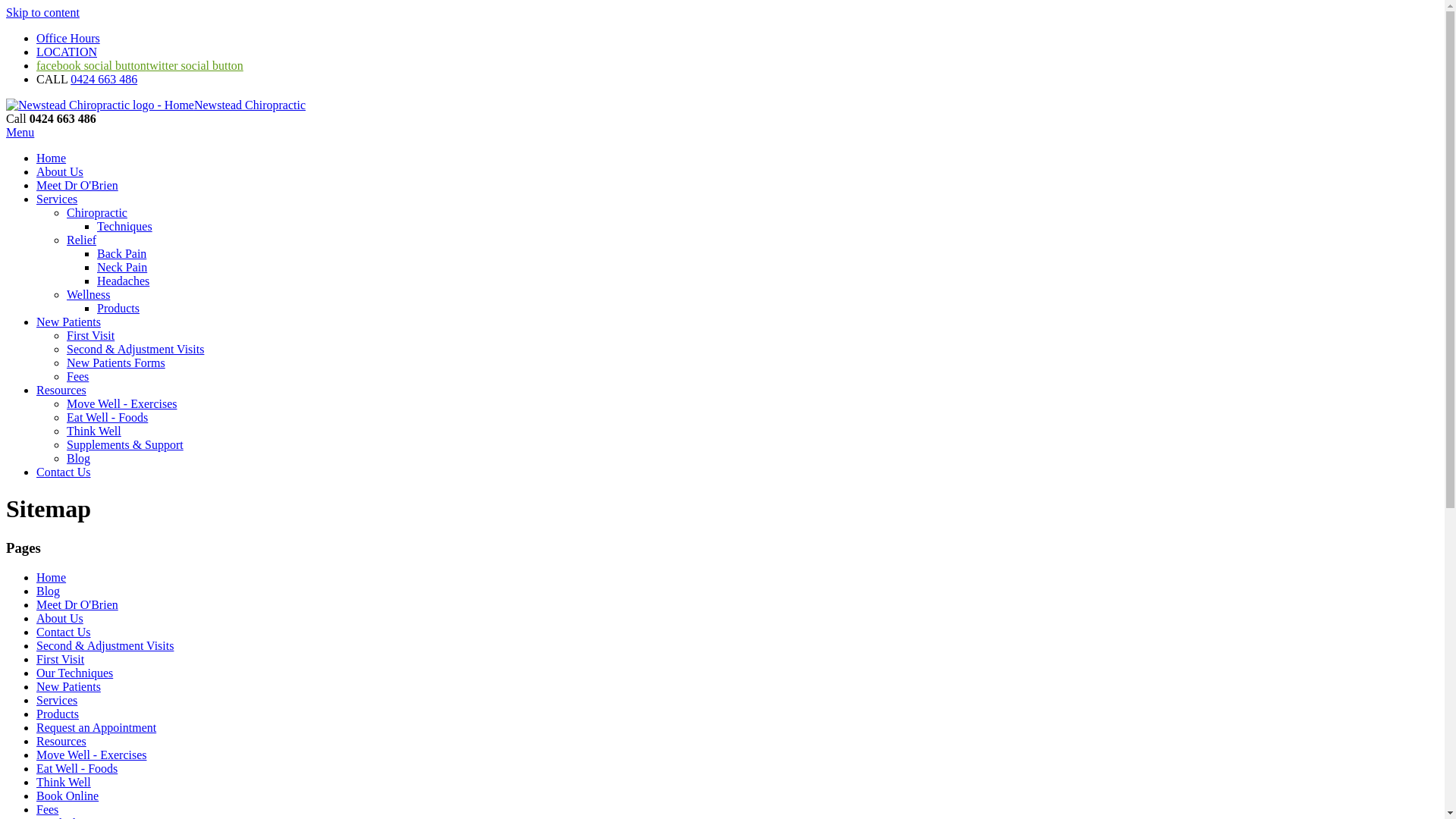 Image resolution: width=1456 pixels, height=819 pixels. I want to click on 'Products', so click(58, 714).